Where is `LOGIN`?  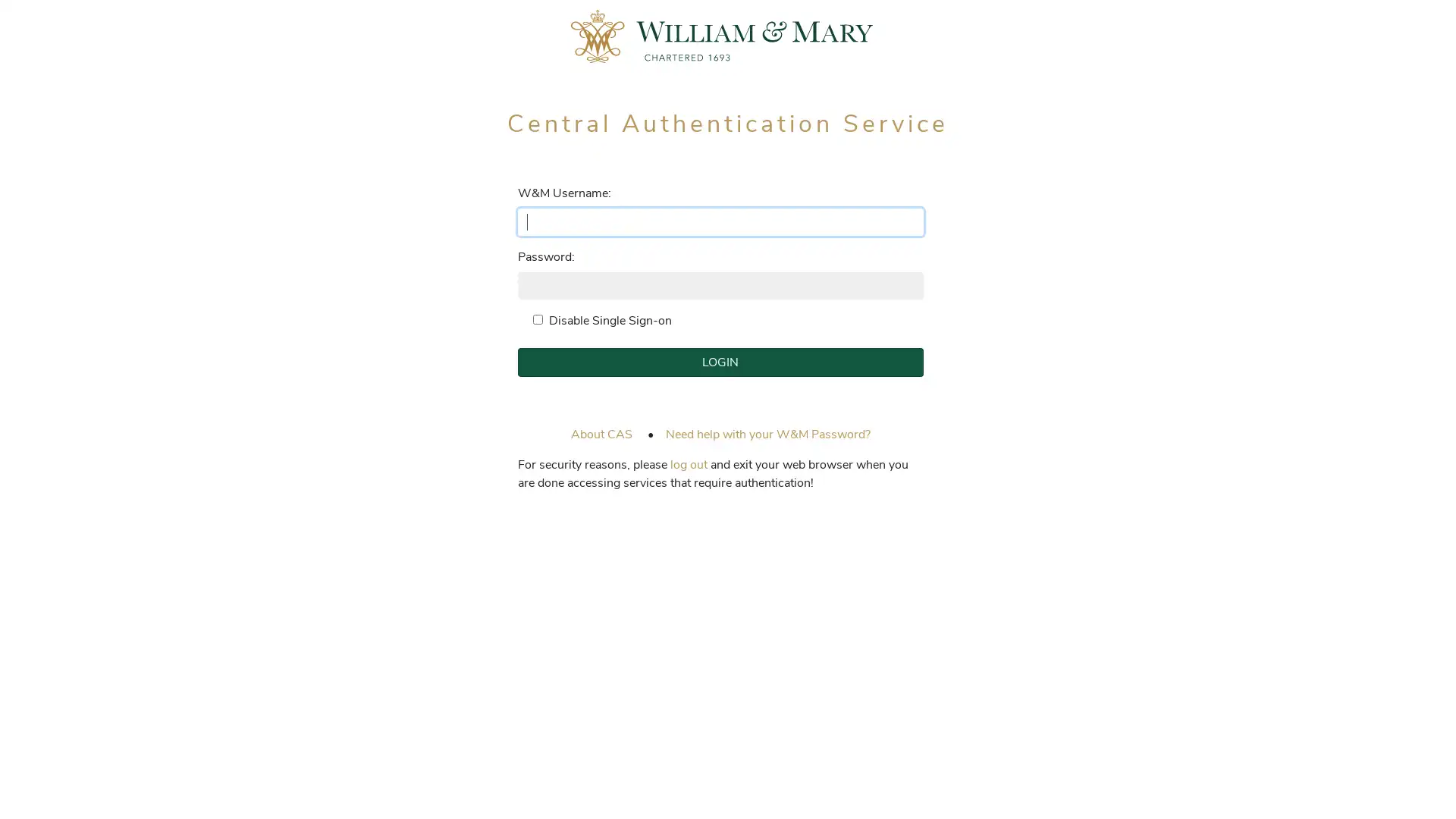
LOGIN is located at coordinates (719, 362).